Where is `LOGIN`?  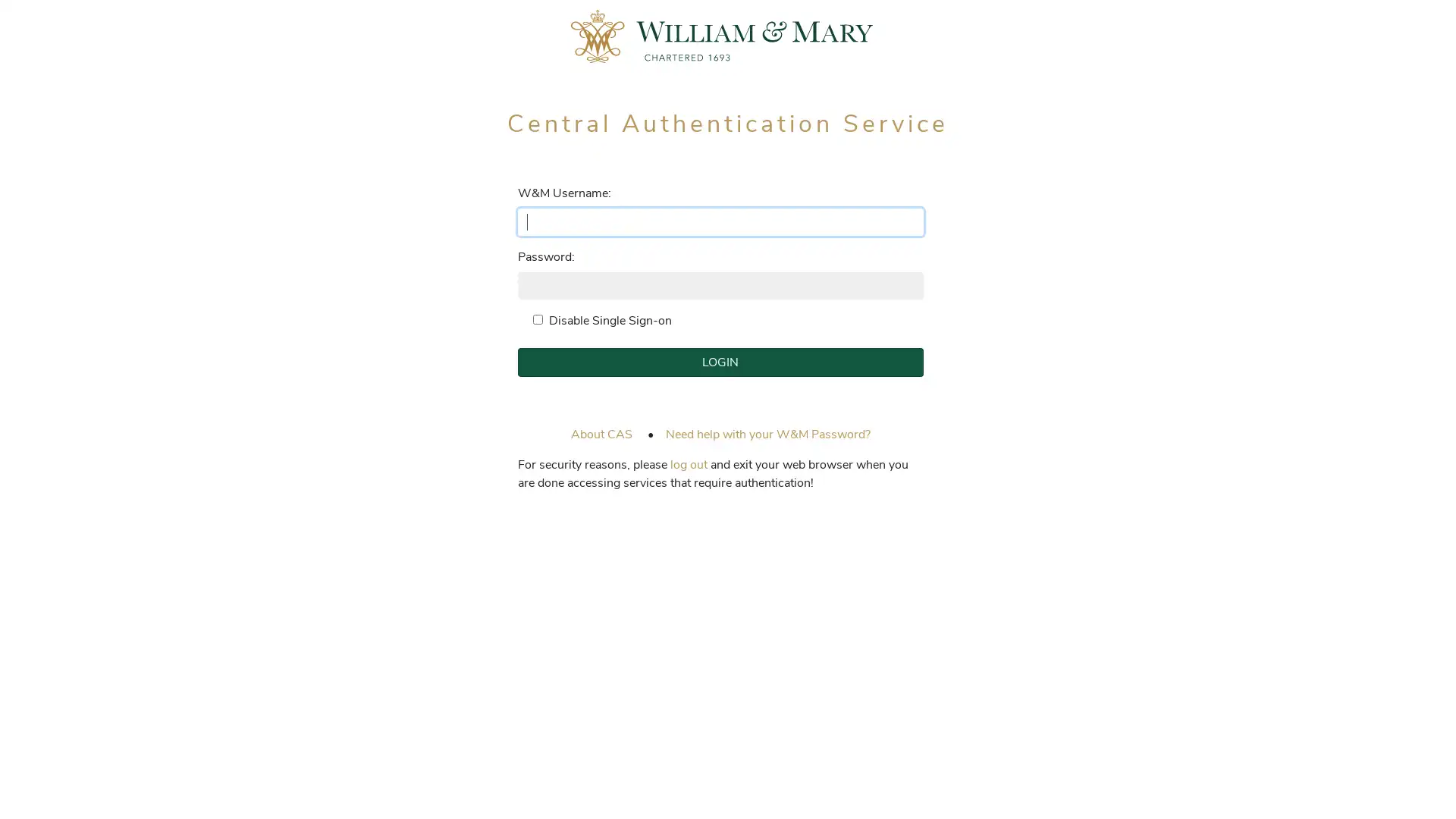
LOGIN is located at coordinates (719, 362).